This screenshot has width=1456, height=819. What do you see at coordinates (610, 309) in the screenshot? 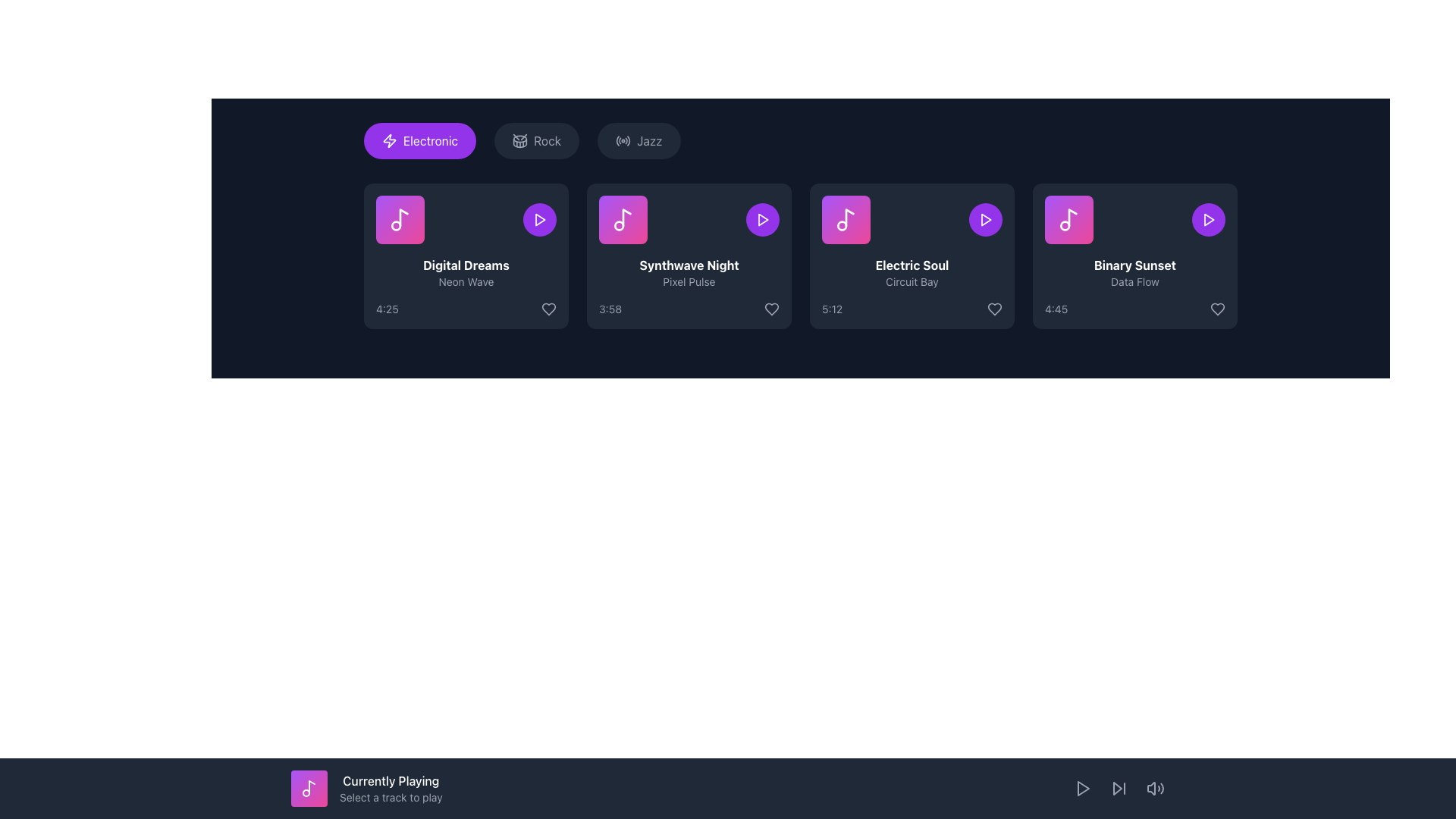
I see `the label displaying '3:58' in gray at the bottom-left corner of the second music card, which represents the duration of a song` at bounding box center [610, 309].